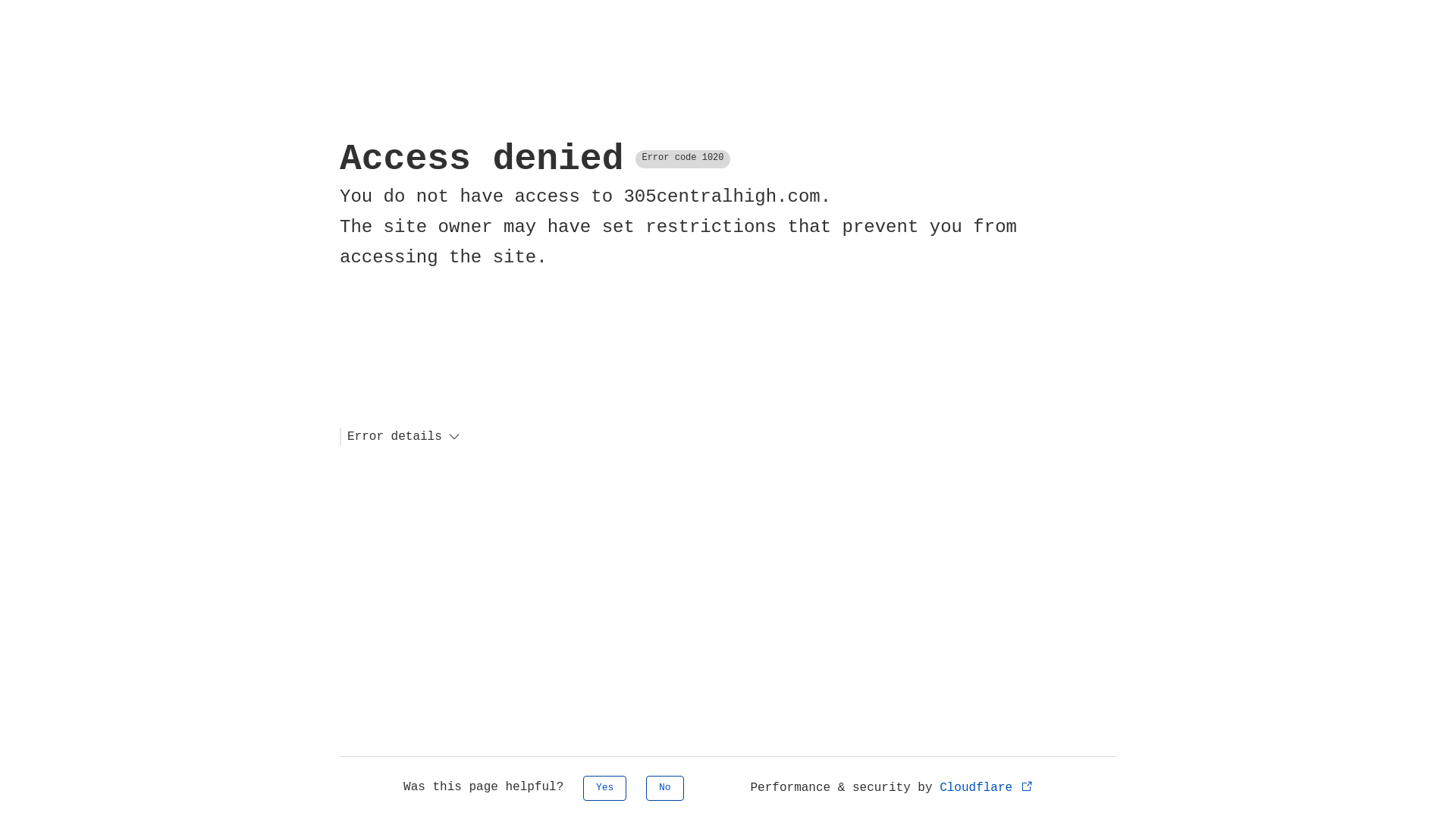 The height and width of the screenshot is (819, 1456). I want to click on 'Cloudflare', so click(987, 786).